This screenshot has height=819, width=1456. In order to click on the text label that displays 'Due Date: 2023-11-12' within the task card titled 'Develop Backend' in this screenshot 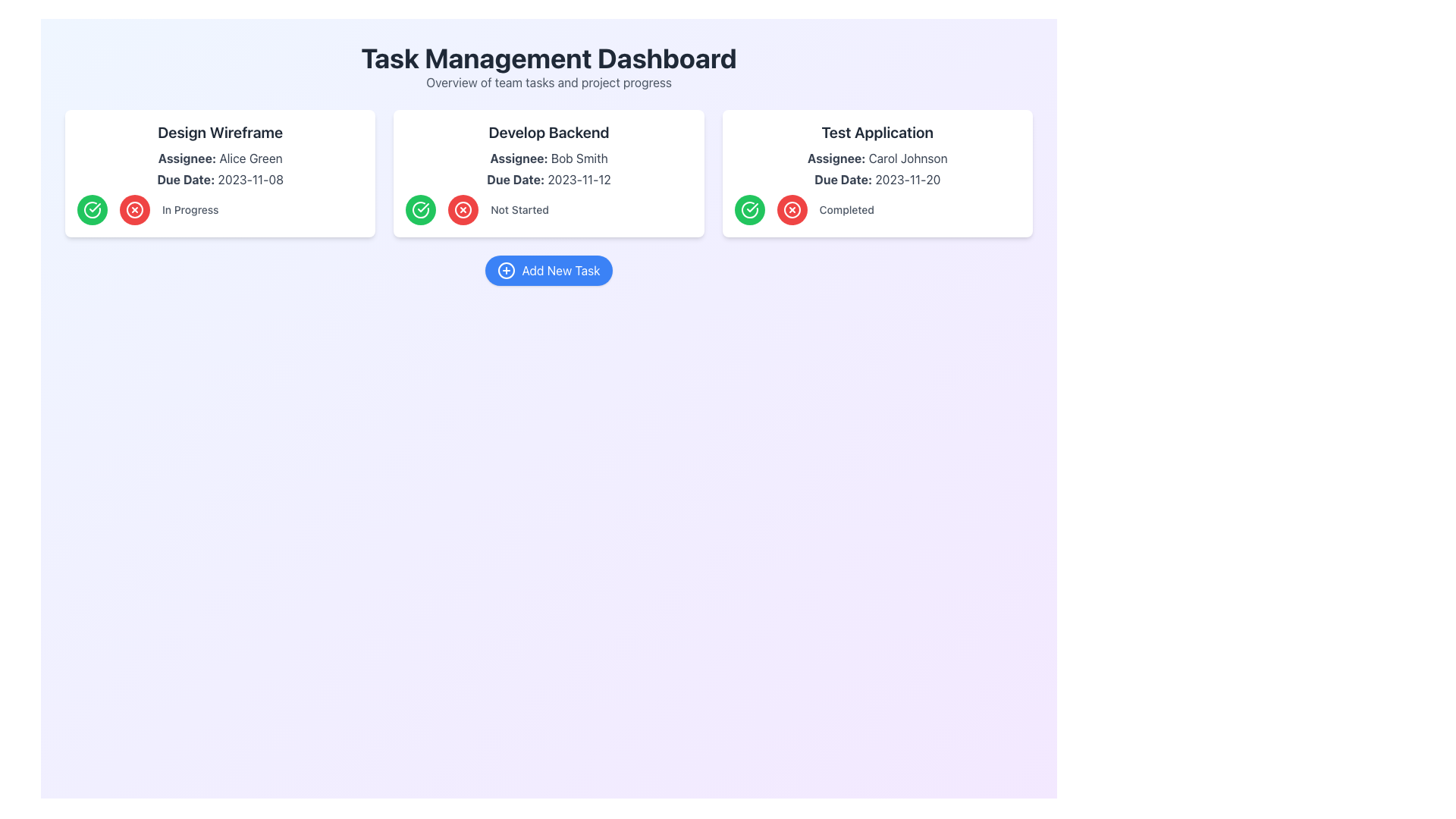, I will do `click(548, 178)`.